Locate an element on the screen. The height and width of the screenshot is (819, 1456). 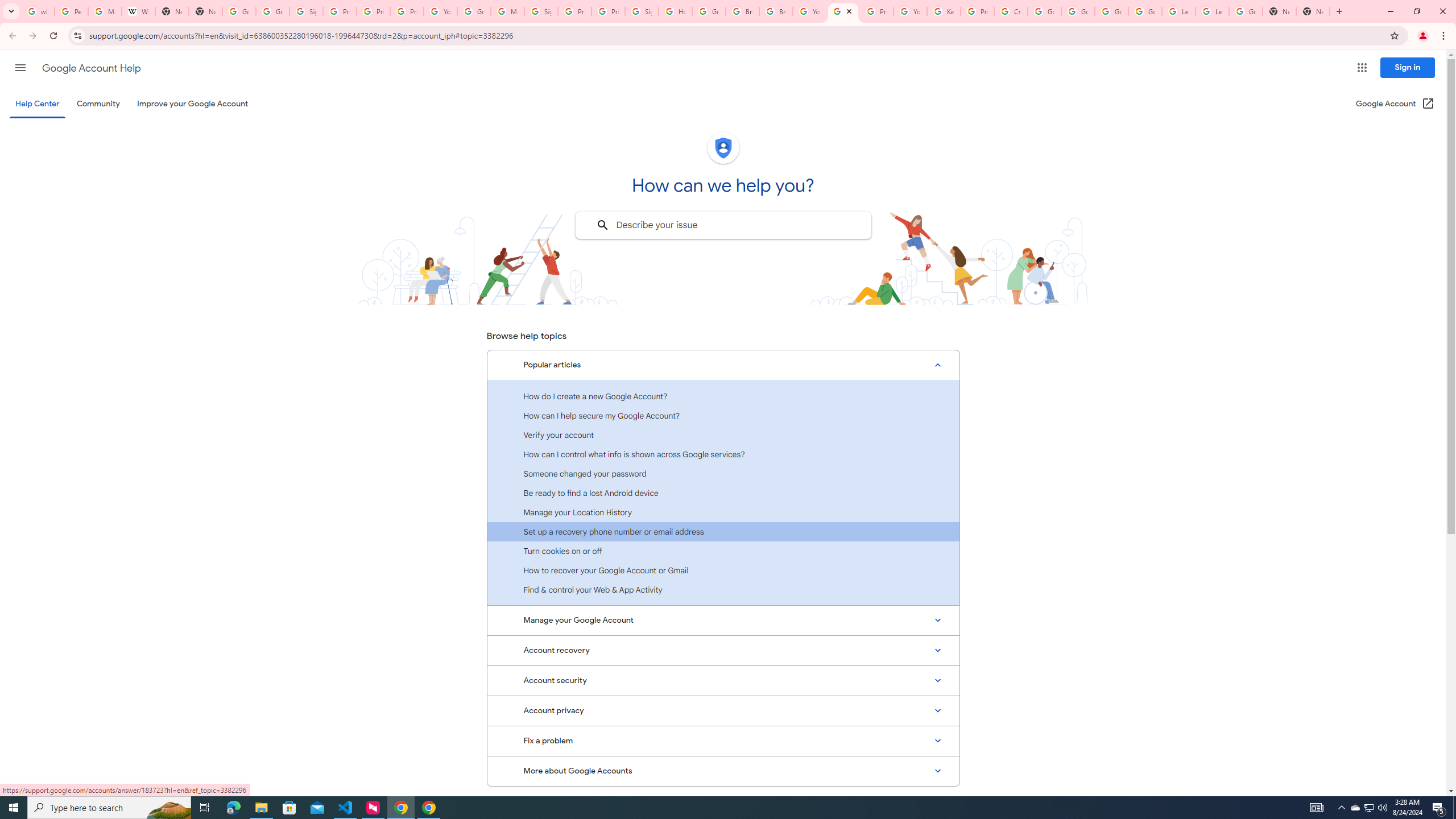
'More about Google Accounts' is located at coordinates (723, 771).